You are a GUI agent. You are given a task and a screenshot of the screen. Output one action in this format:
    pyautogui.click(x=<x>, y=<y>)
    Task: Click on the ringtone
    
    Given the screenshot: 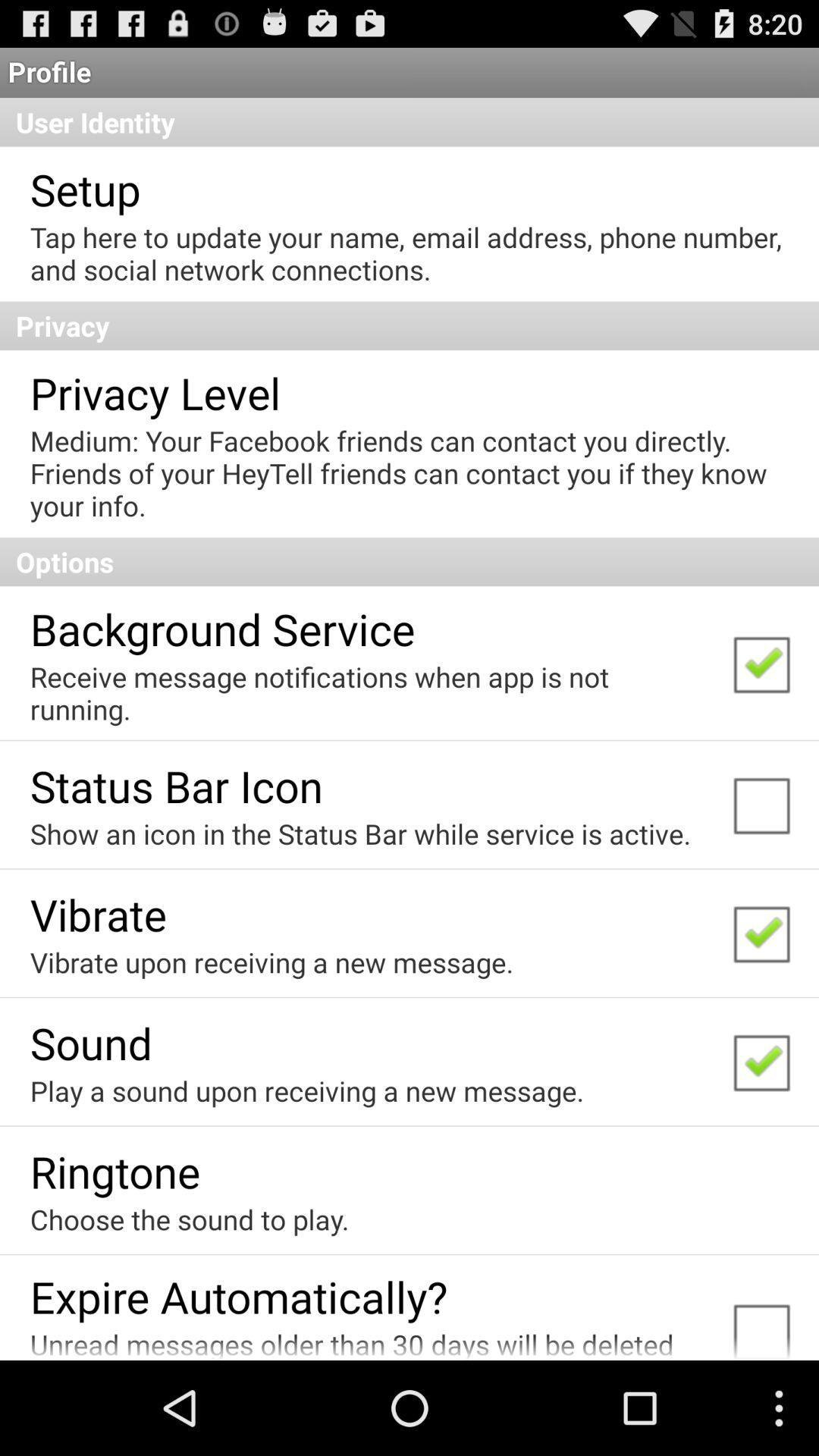 What is the action you would take?
    pyautogui.click(x=114, y=1170)
    